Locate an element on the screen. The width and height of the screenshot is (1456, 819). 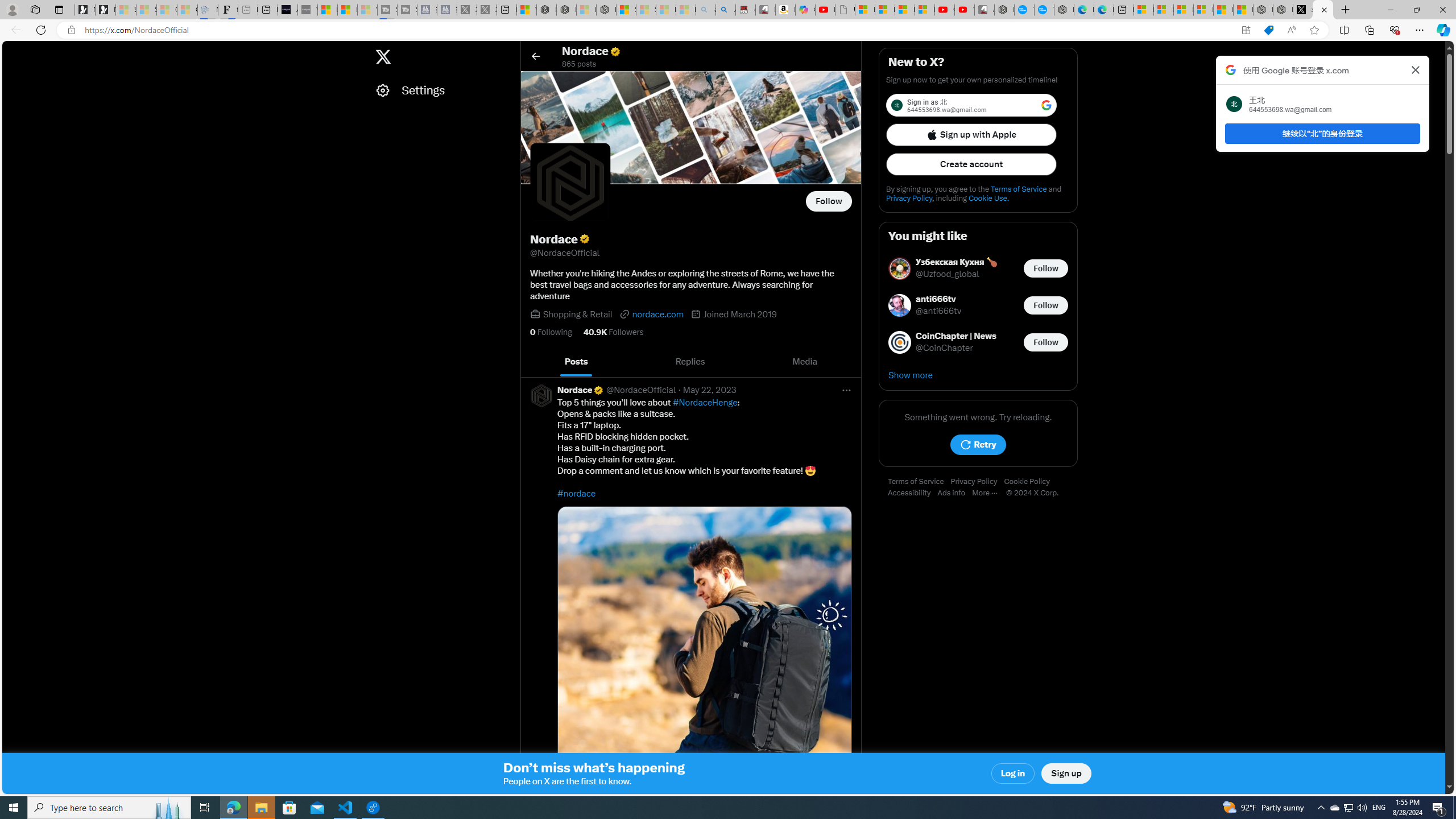
'anti666tv' is located at coordinates (938, 299).